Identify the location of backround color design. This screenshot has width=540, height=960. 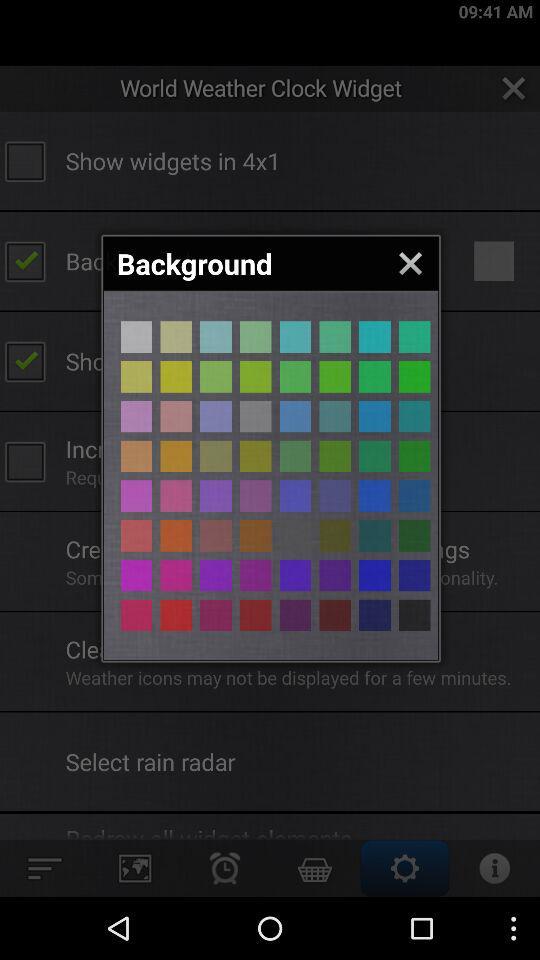
(374, 375).